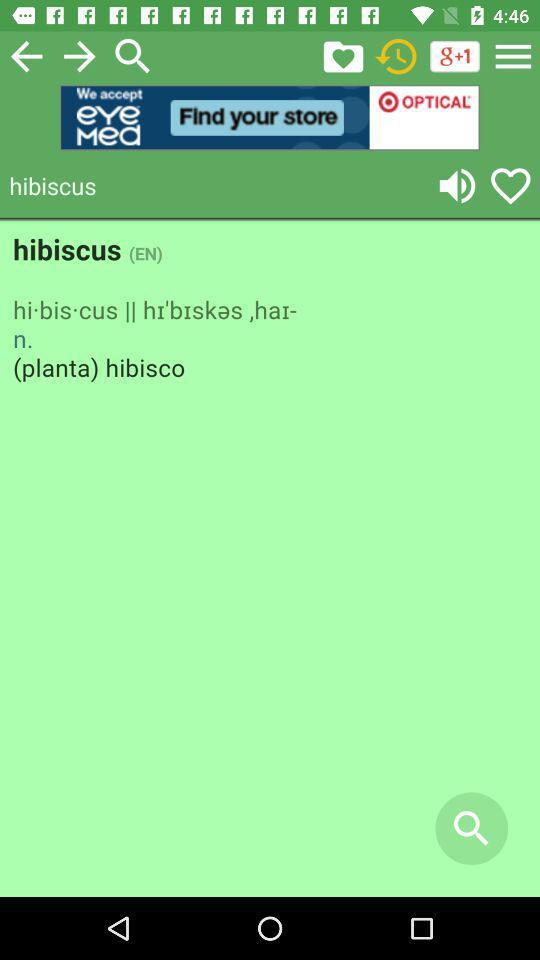 This screenshot has height=960, width=540. What do you see at coordinates (342, 55) in the screenshot?
I see `opens saved words` at bounding box center [342, 55].